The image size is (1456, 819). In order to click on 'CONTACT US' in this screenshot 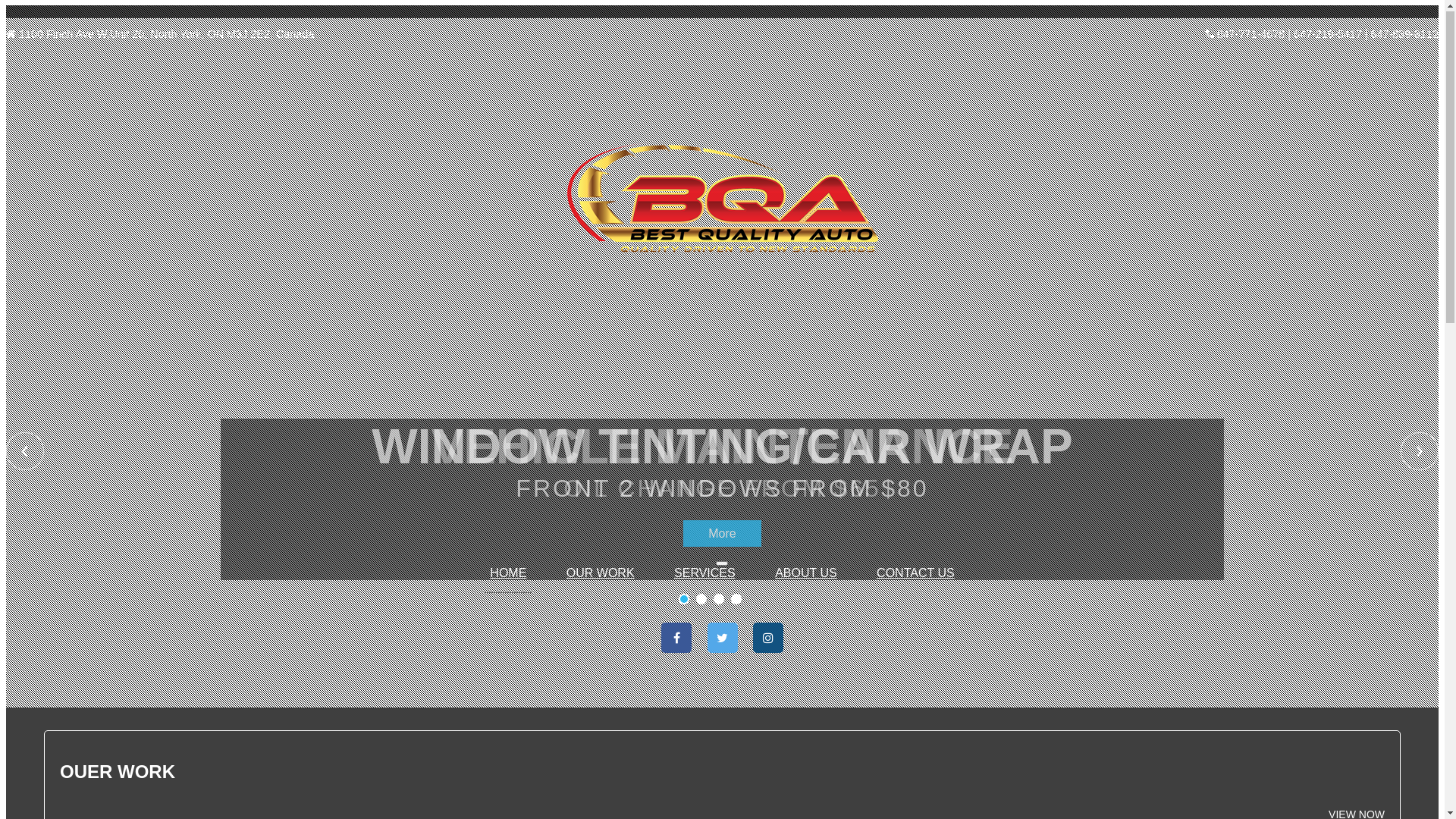, I will do `click(870, 573)`.